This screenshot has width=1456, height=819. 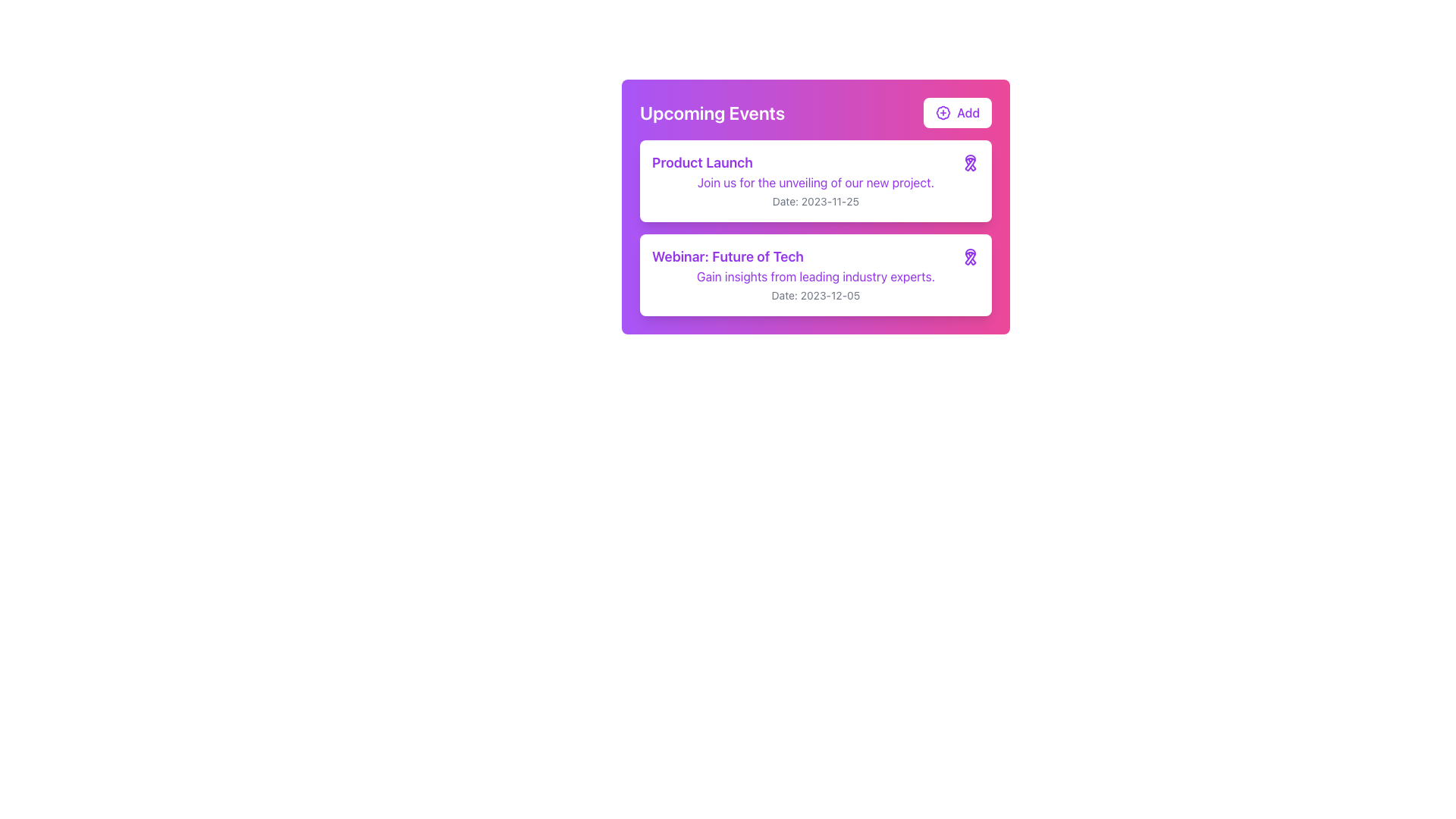 What do you see at coordinates (814, 295) in the screenshot?
I see `the text label displaying 'Date: 2023-12-05', which is located at the bottom of the second card titled 'Webinar: Future of Tech' in the 'Upcoming Events' section` at bounding box center [814, 295].